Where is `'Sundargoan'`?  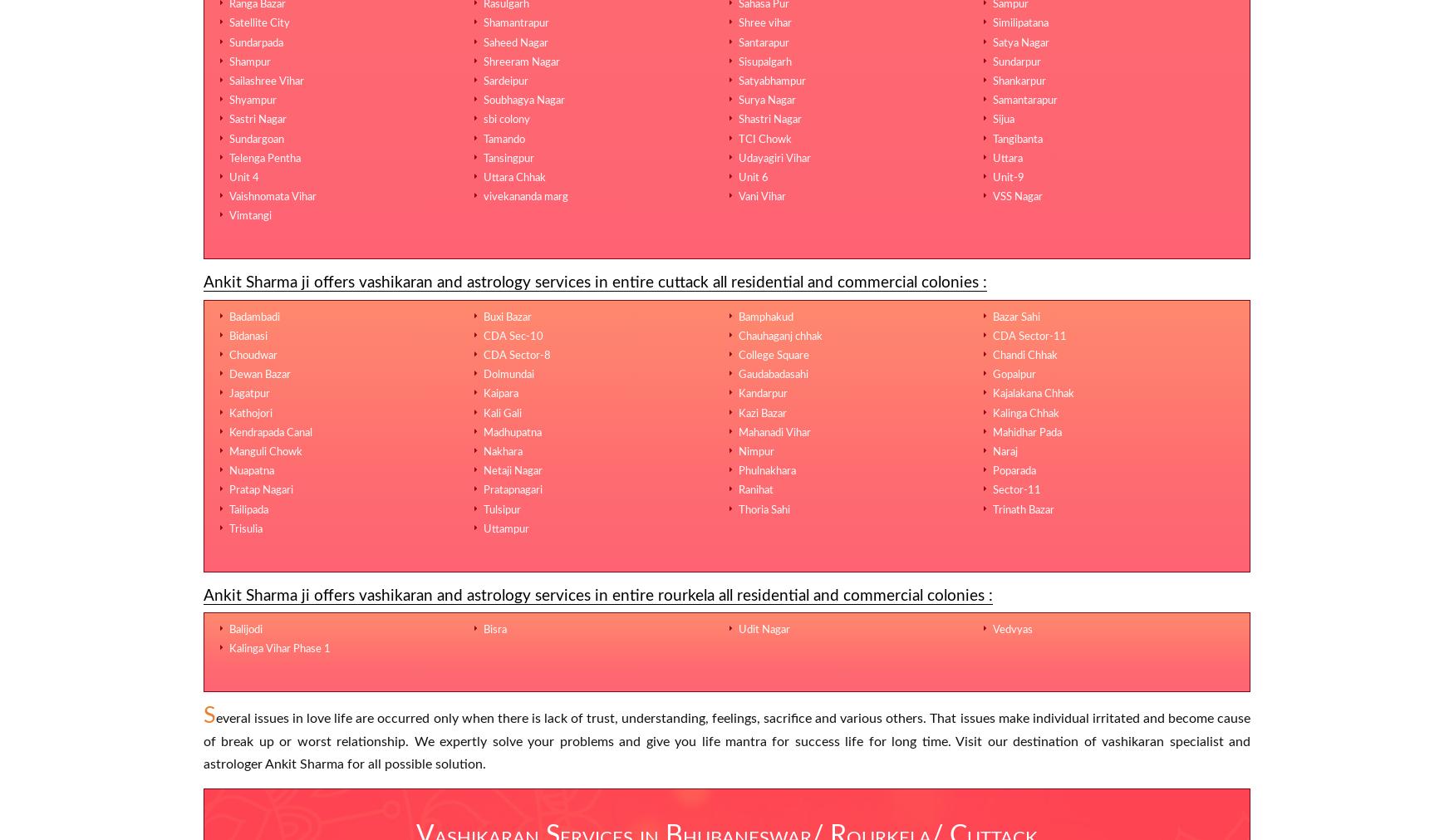 'Sundargoan' is located at coordinates (228, 138).